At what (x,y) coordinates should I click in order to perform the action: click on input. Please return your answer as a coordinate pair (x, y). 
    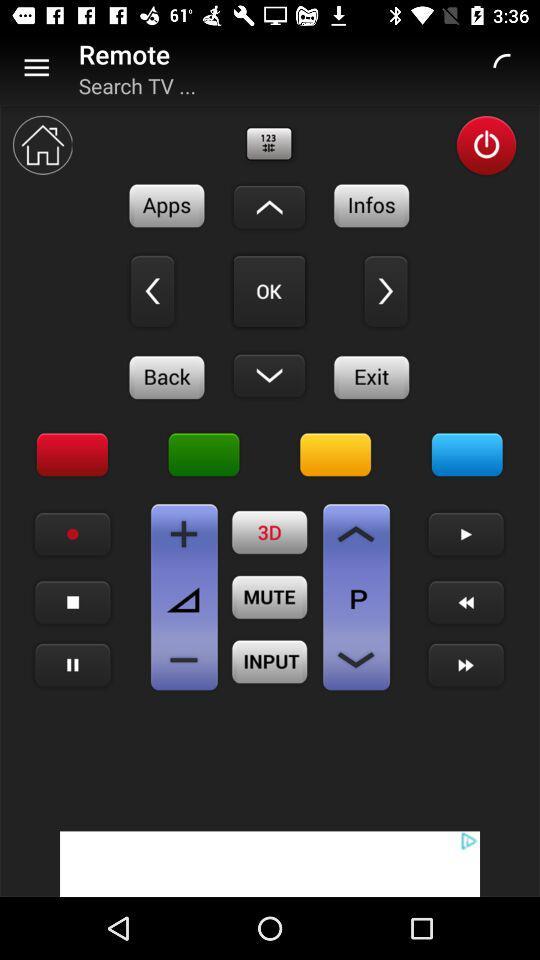
    Looking at the image, I should click on (270, 661).